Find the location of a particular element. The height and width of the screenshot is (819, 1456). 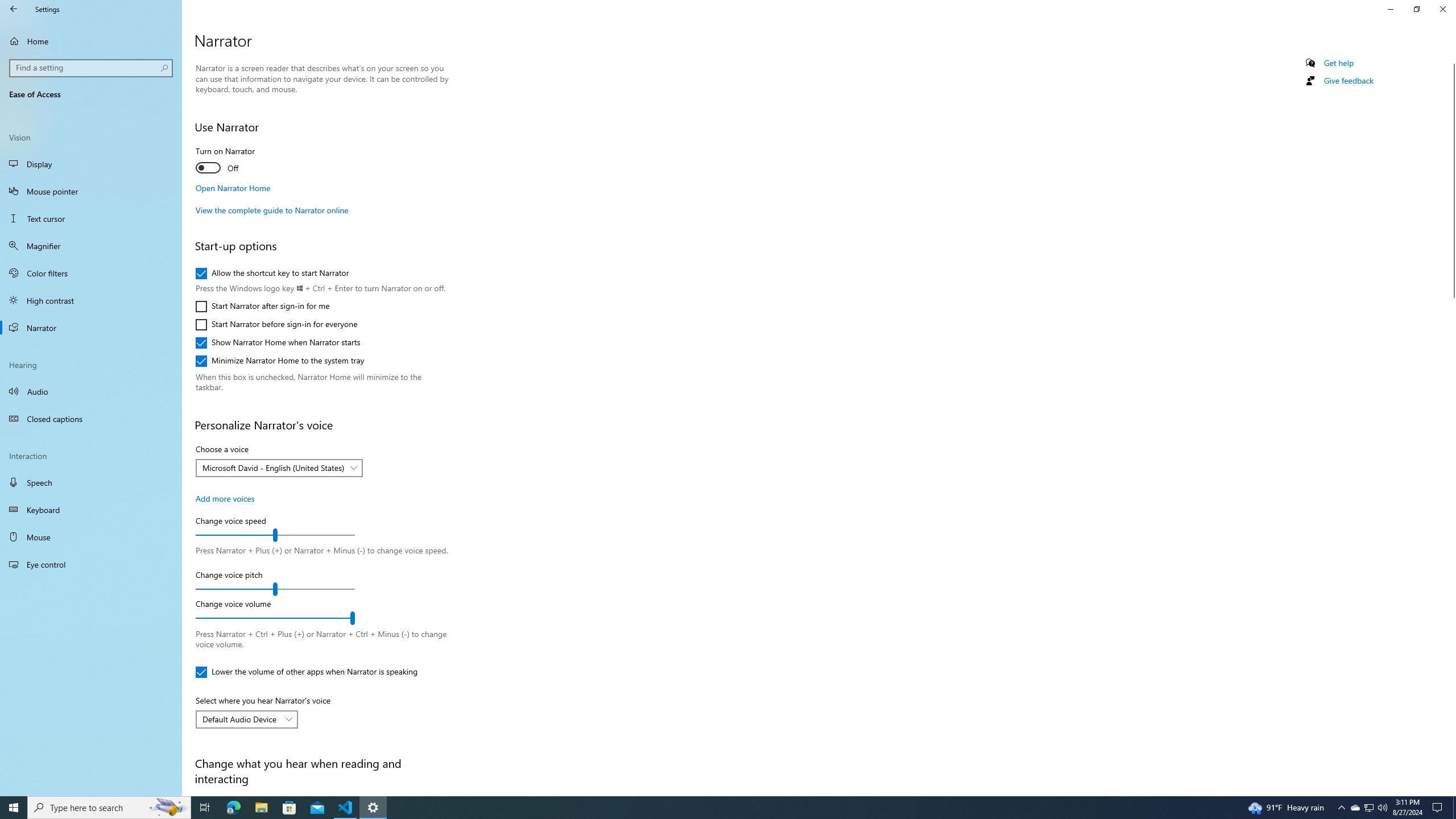

'Minimize Narrator Home to the system tray' is located at coordinates (279, 361).